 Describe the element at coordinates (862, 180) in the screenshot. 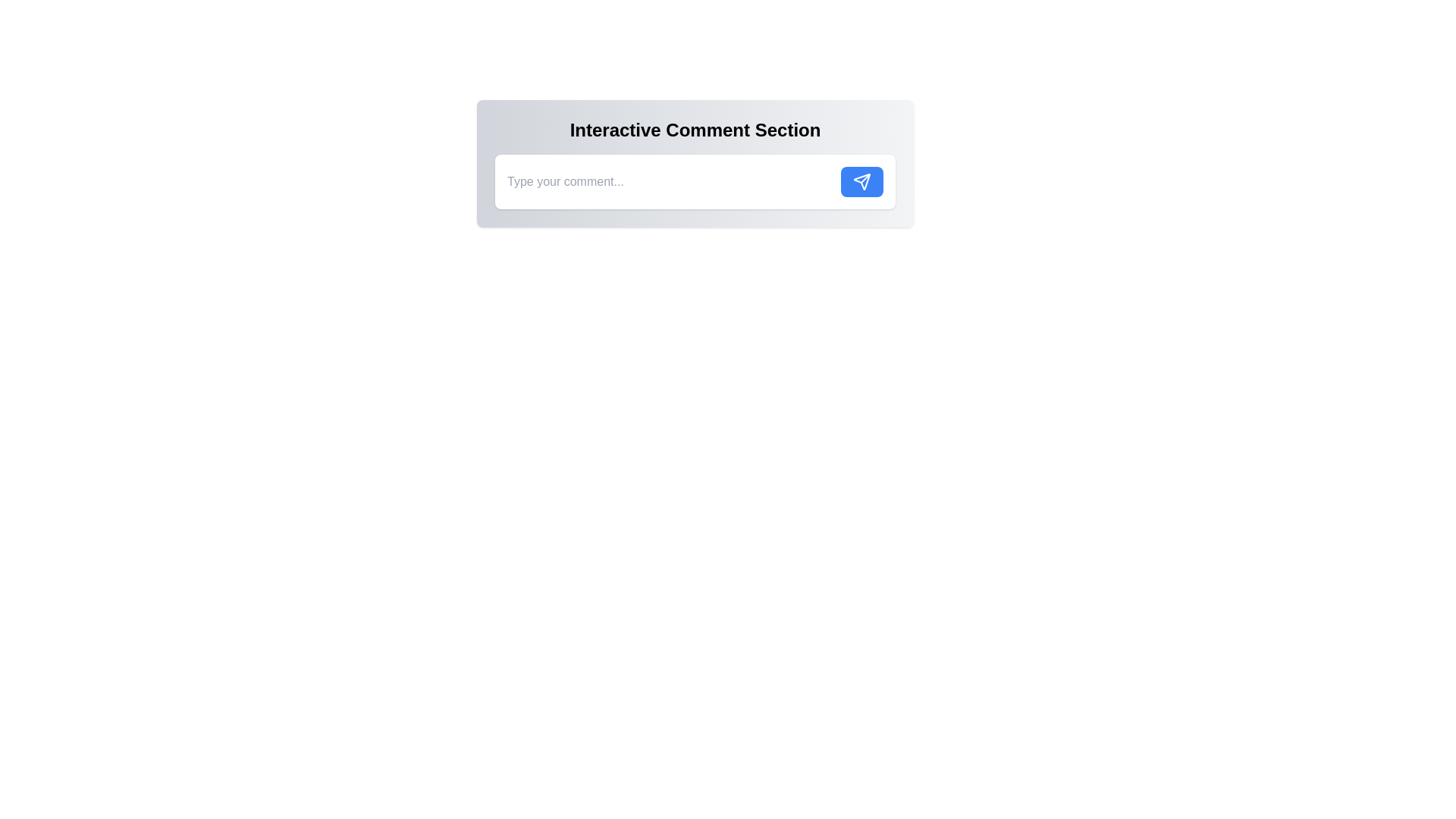

I see `the send icon button, which is part of a button UI component` at that location.